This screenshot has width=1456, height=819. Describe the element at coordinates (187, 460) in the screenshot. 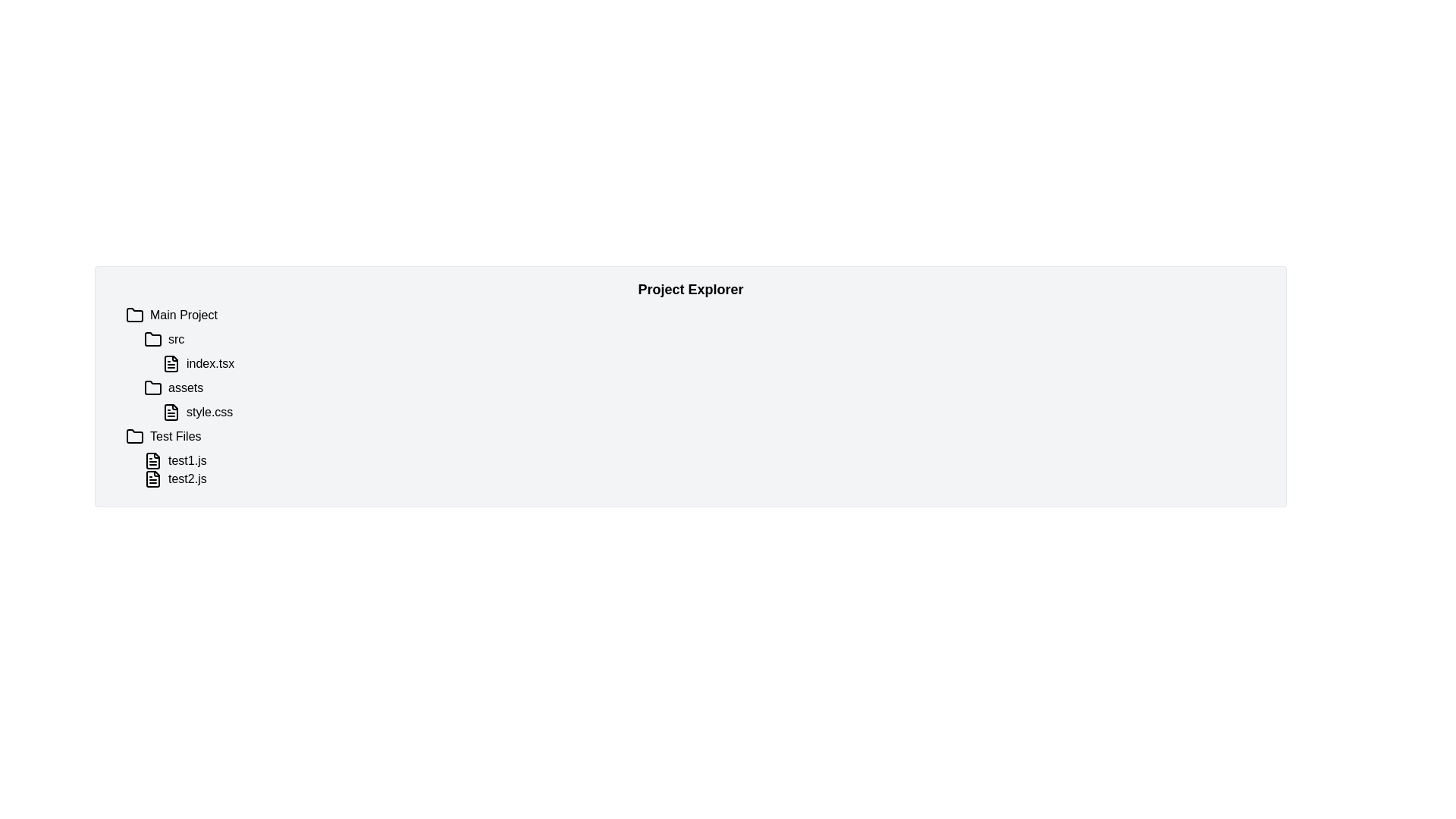

I see `the text label 'test1.js' in the file explorer interface` at that location.